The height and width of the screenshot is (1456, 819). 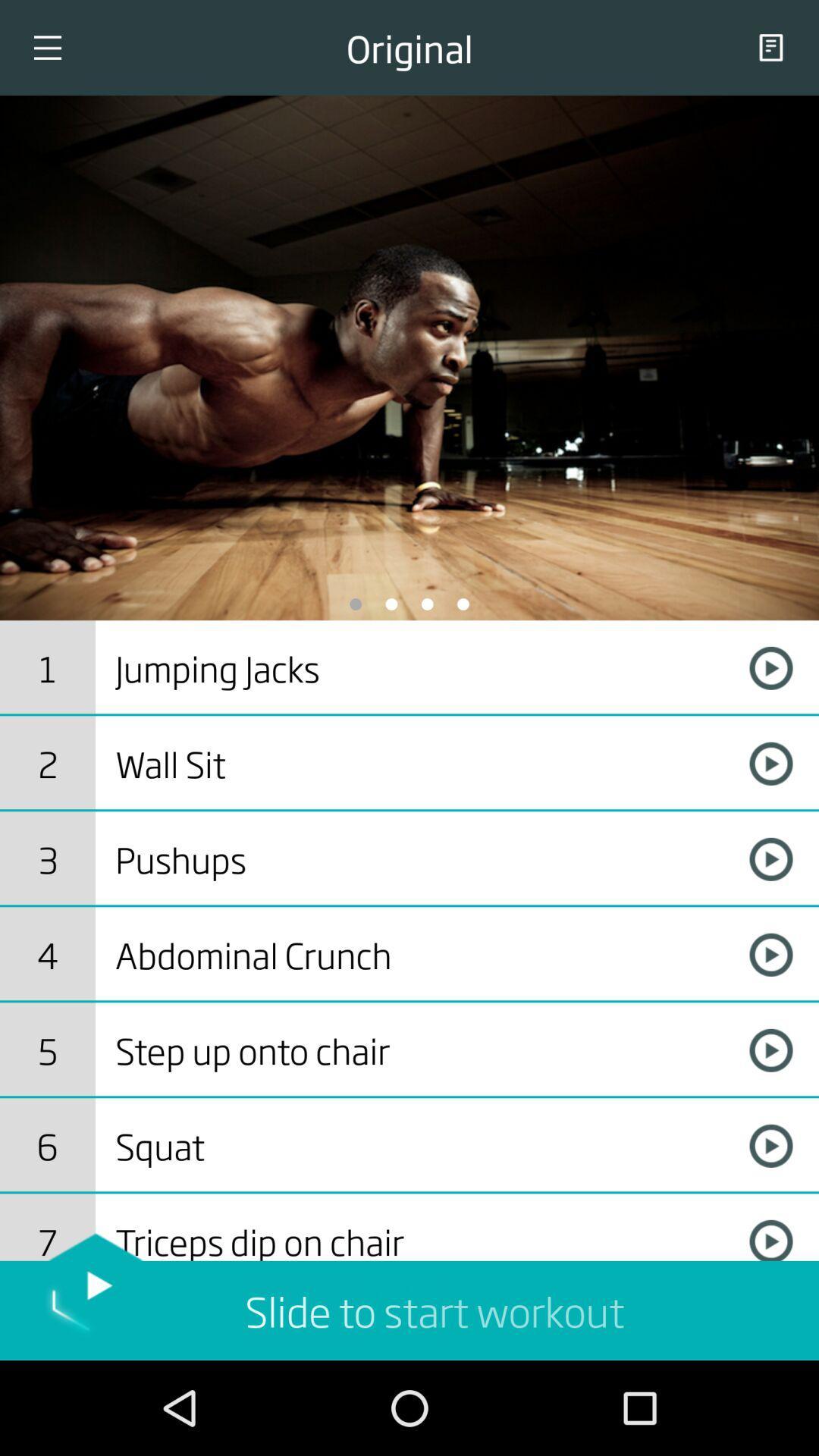 I want to click on play icon right to wall sit, so click(x=771, y=764).